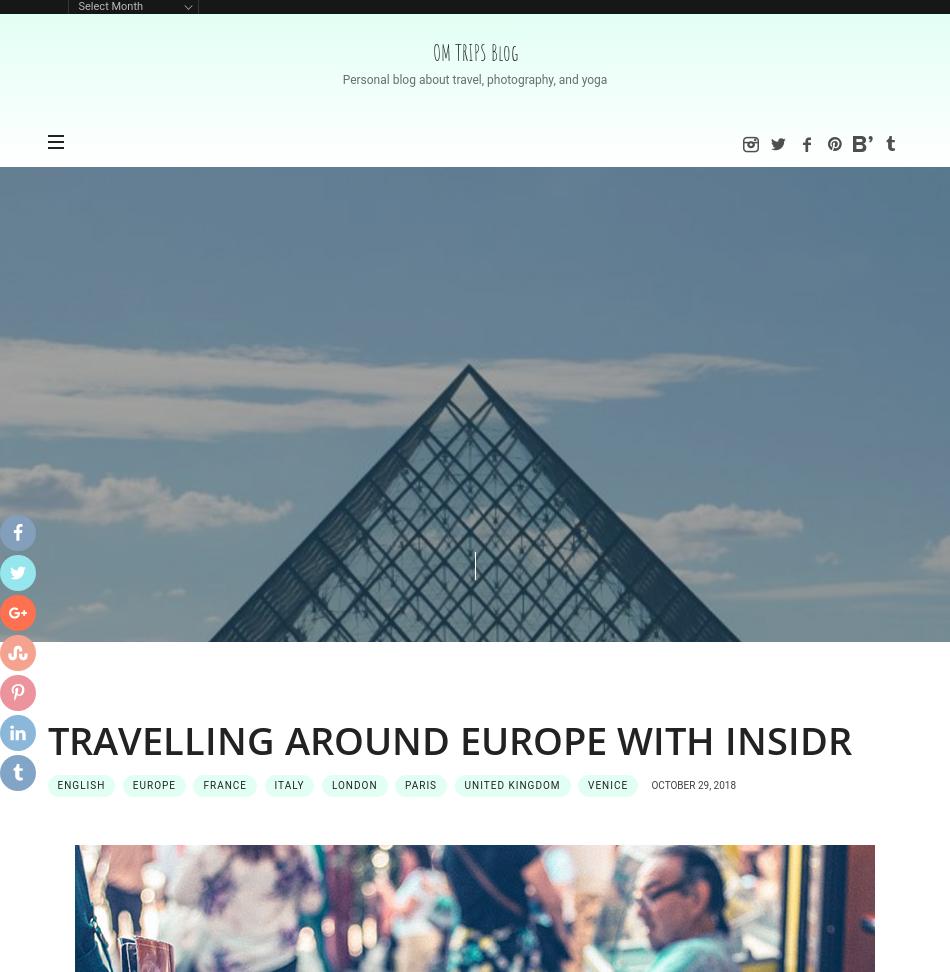 The width and height of the screenshot is (950, 972). Describe the element at coordinates (511, 784) in the screenshot. I see `'United Kingdom'` at that location.